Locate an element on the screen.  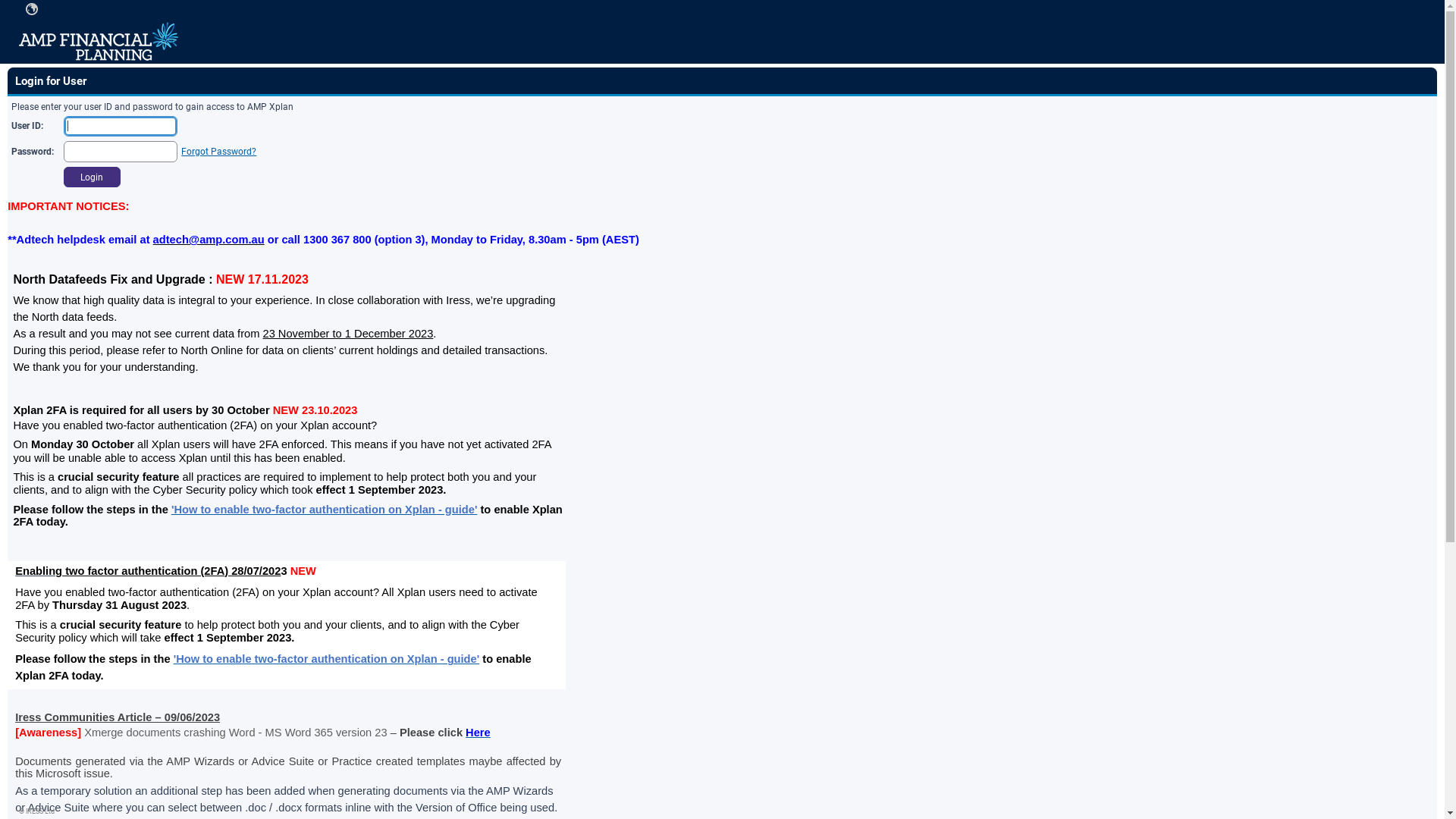
''How to enable two-factor authentication on Xplan - guide'' is located at coordinates (323, 509).